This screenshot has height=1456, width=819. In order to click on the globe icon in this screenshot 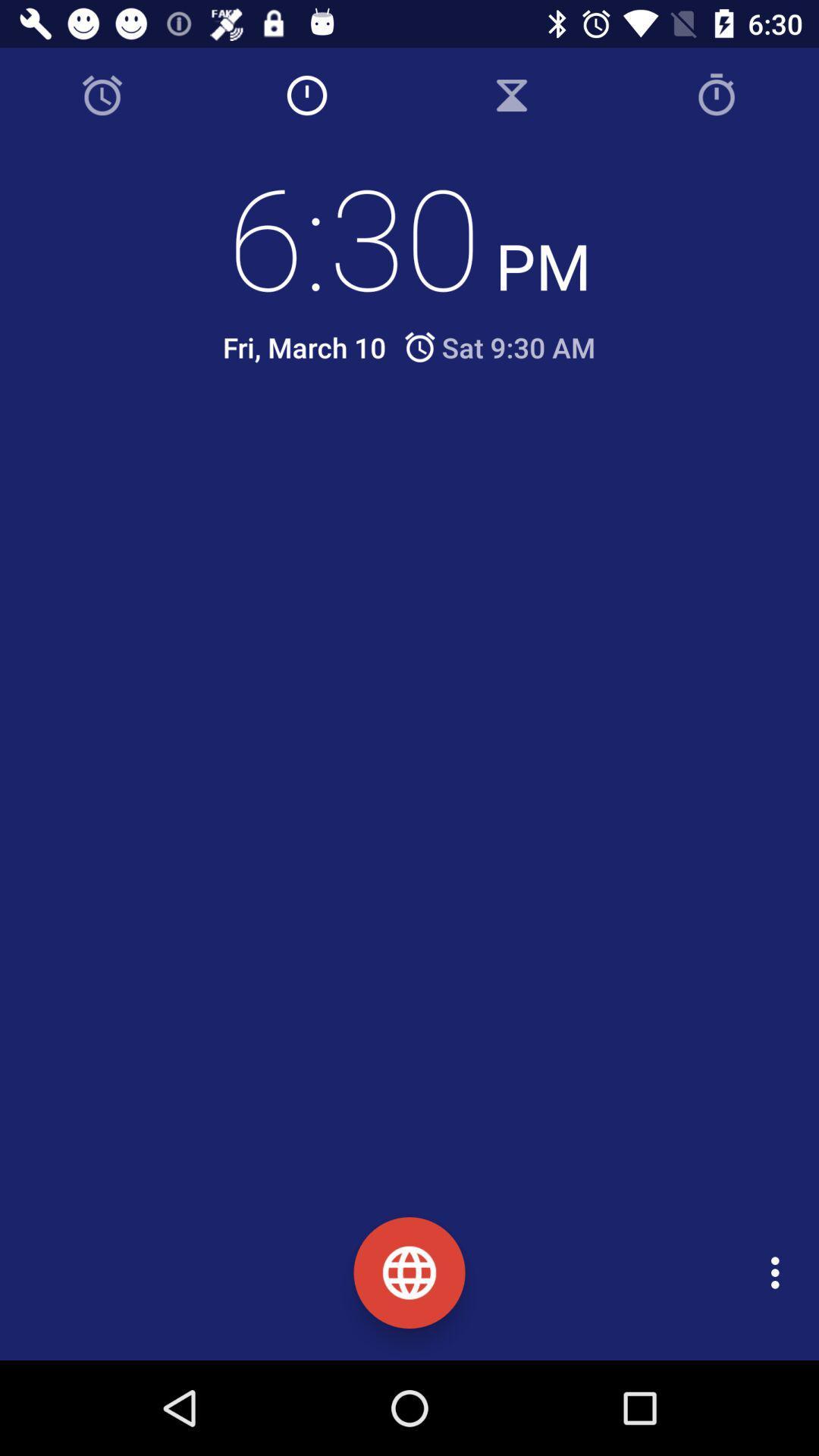, I will do `click(409, 1272)`.